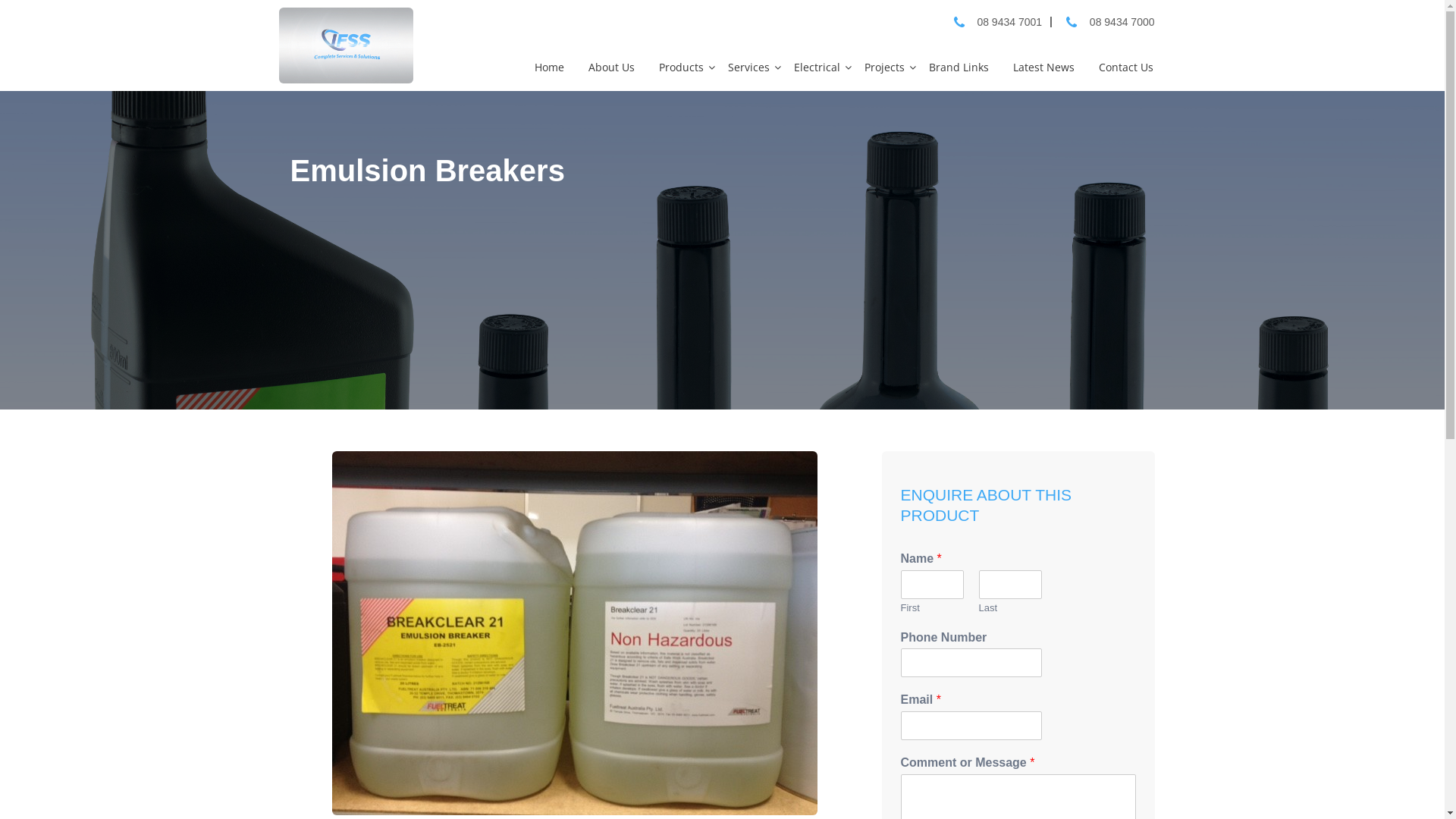 The image size is (1456, 819). What do you see at coordinates (648, 66) in the screenshot?
I see `'Products'` at bounding box center [648, 66].